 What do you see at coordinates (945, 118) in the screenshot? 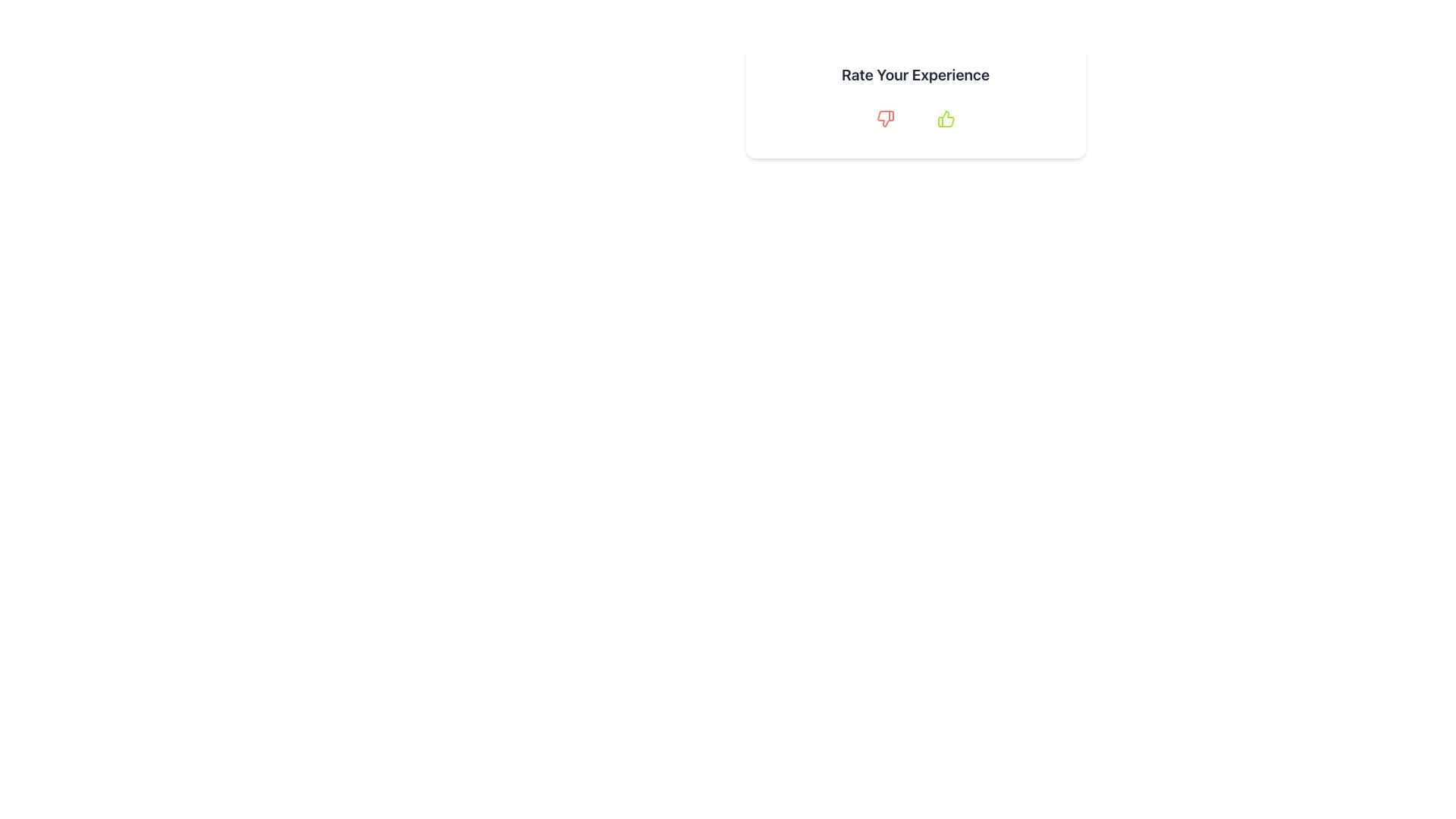
I see `the third button from the left in the 'Rate Your Experience' section to provide positive feedback, represented by a thumbs-up icon` at bounding box center [945, 118].